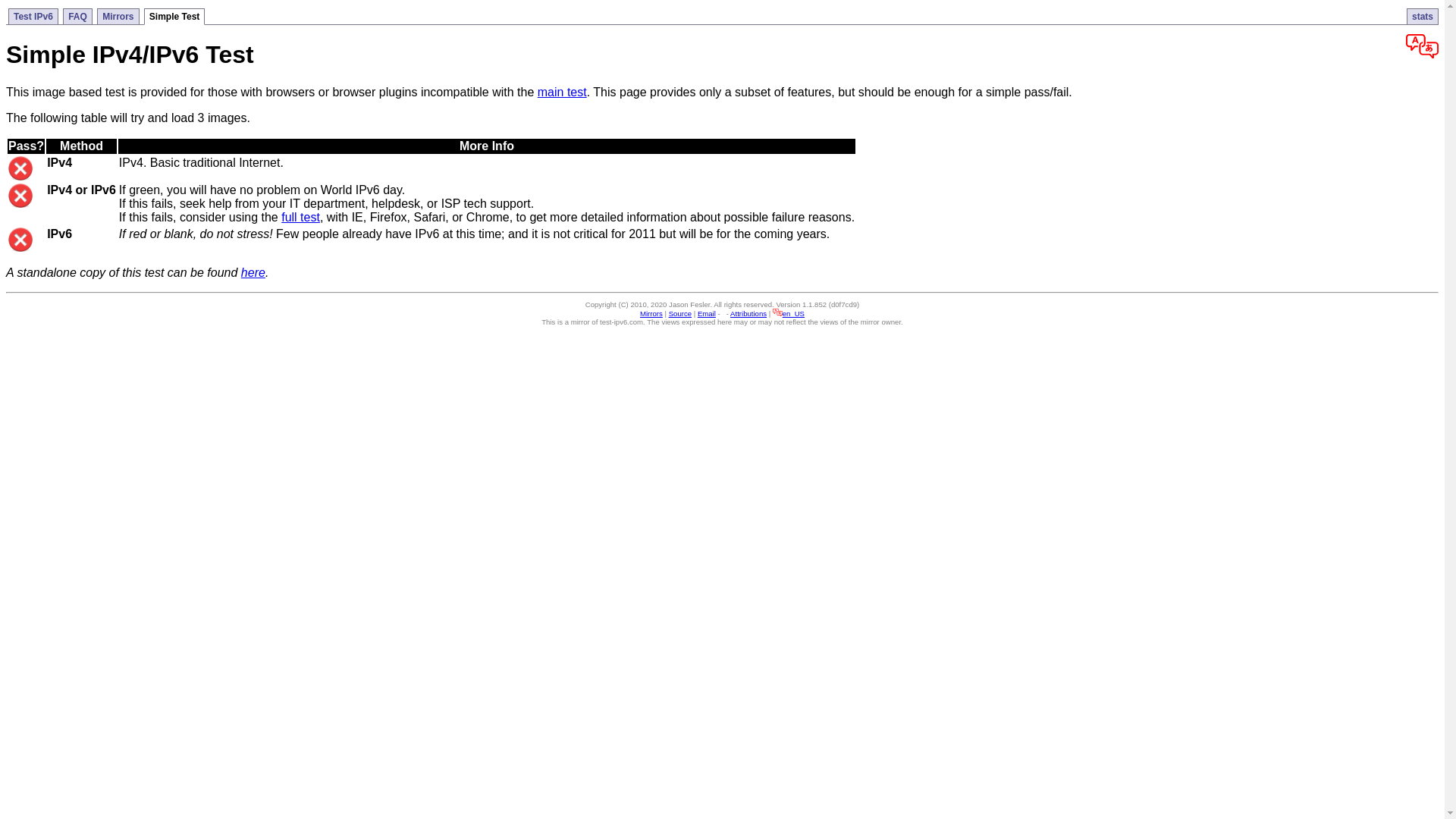  I want to click on 'Source', so click(668, 312).